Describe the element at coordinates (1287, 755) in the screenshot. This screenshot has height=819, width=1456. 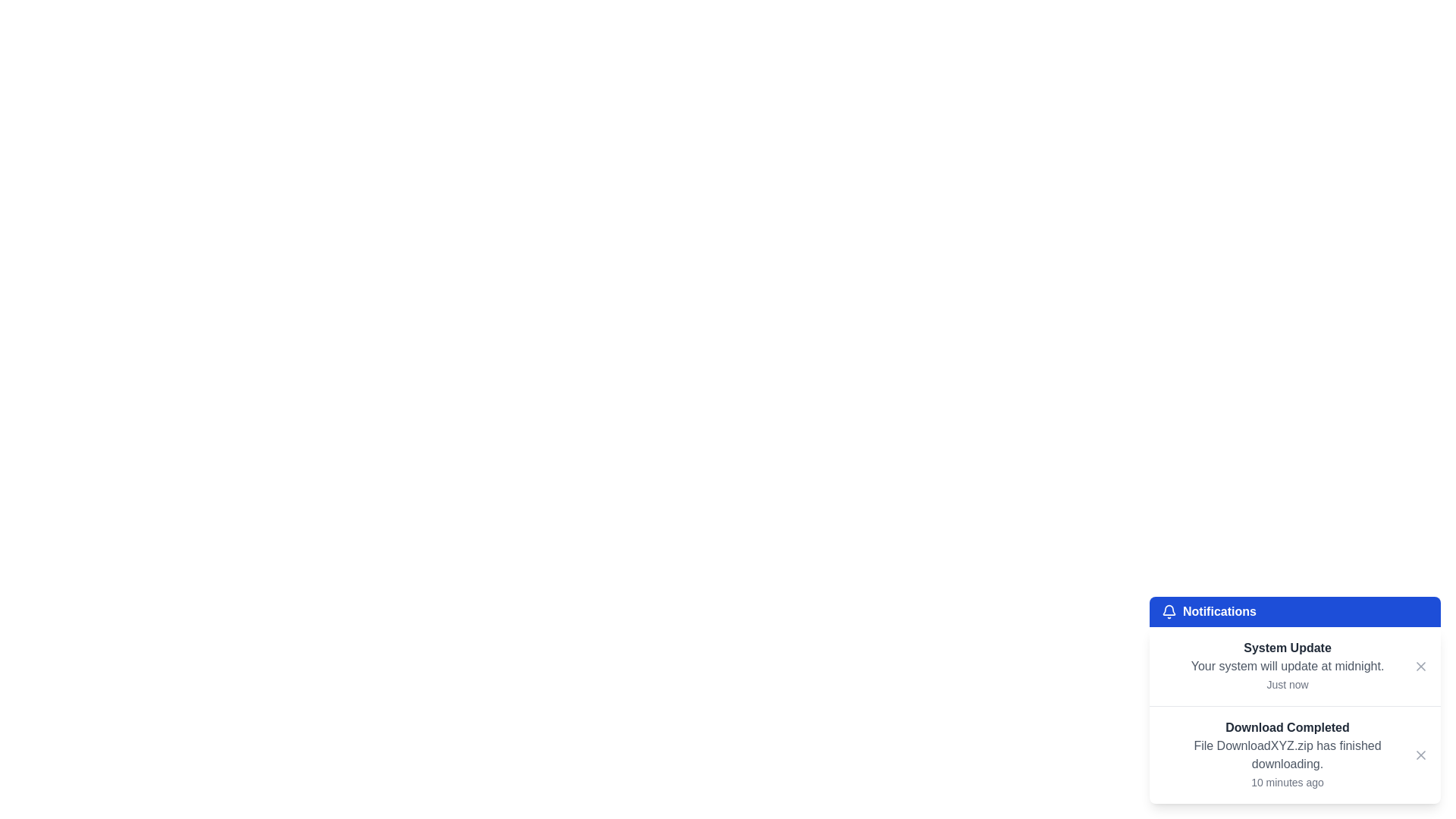
I see `the text that informs the user about the successful download of 'DownloadXYZ.zip', which is the second content line in the 'Download Completed' notification` at that location.